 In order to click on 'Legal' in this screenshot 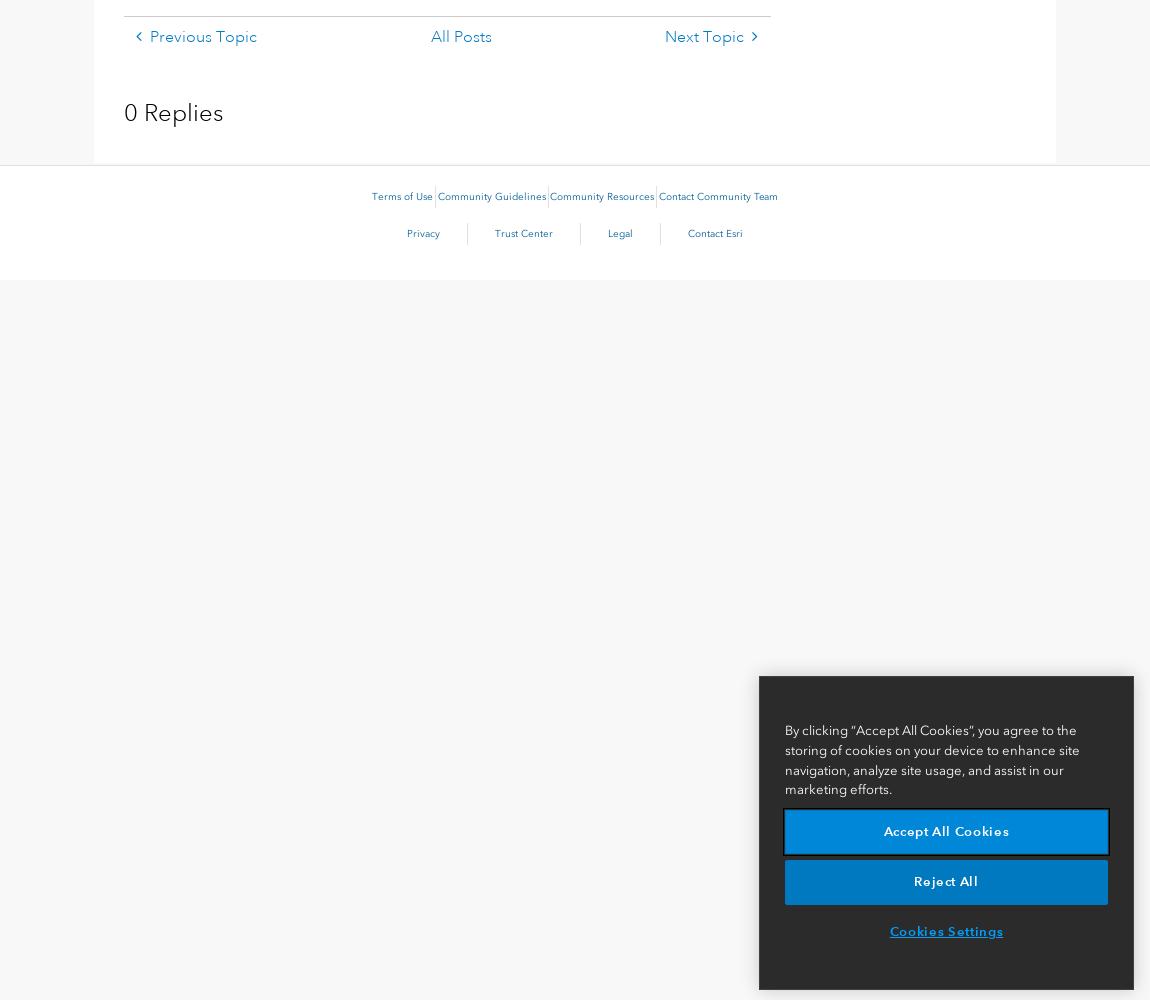, I will do `click(607, 233)`.